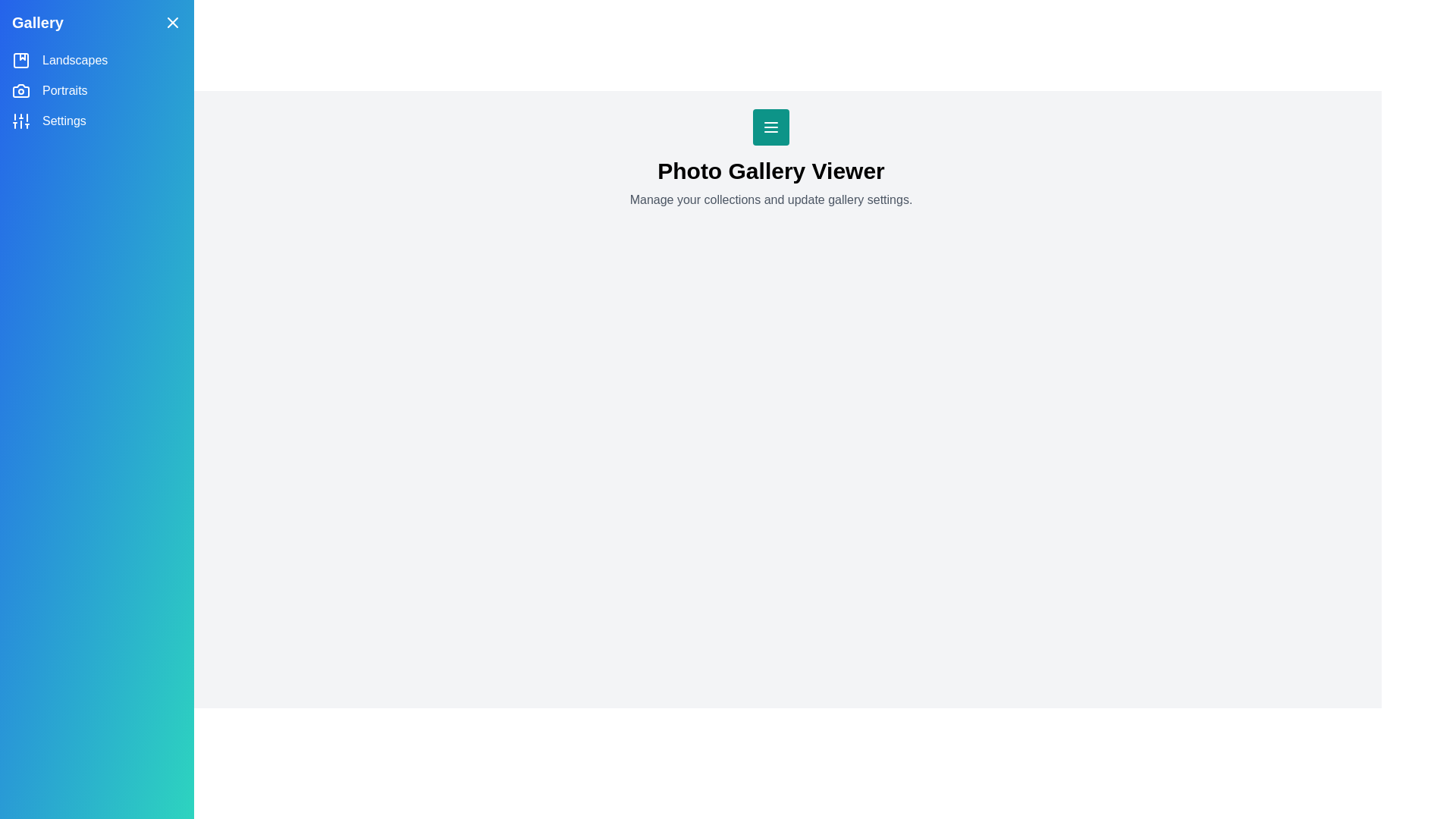 The height and width of the screenshot is (819, 1456). What do you see at coordinates (96, 90) in the screenshot?
I see `the category Portraits from the side drawer menu` at bounding box center [96, 90].